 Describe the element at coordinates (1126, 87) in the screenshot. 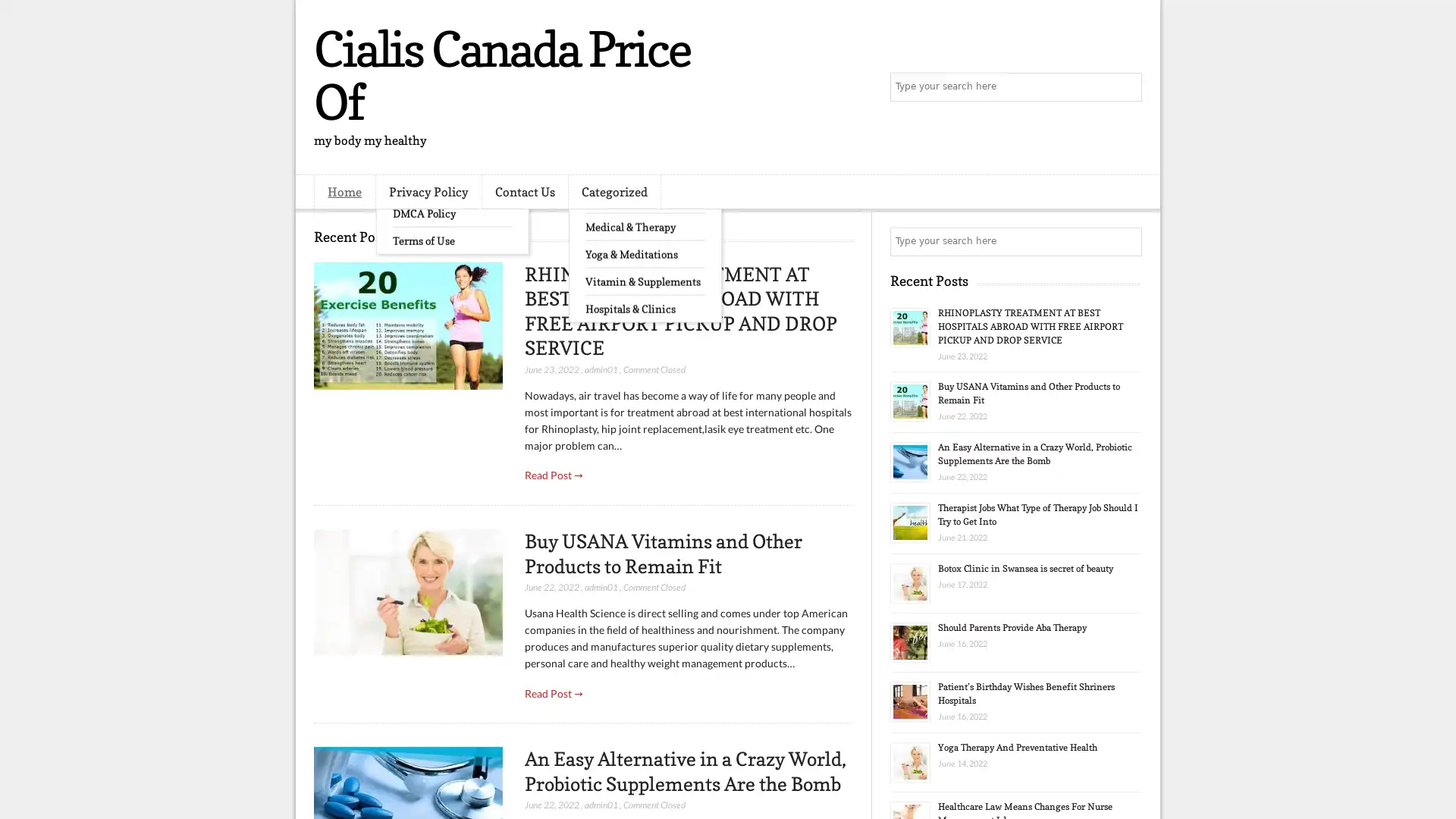

I see `Search` at that location.